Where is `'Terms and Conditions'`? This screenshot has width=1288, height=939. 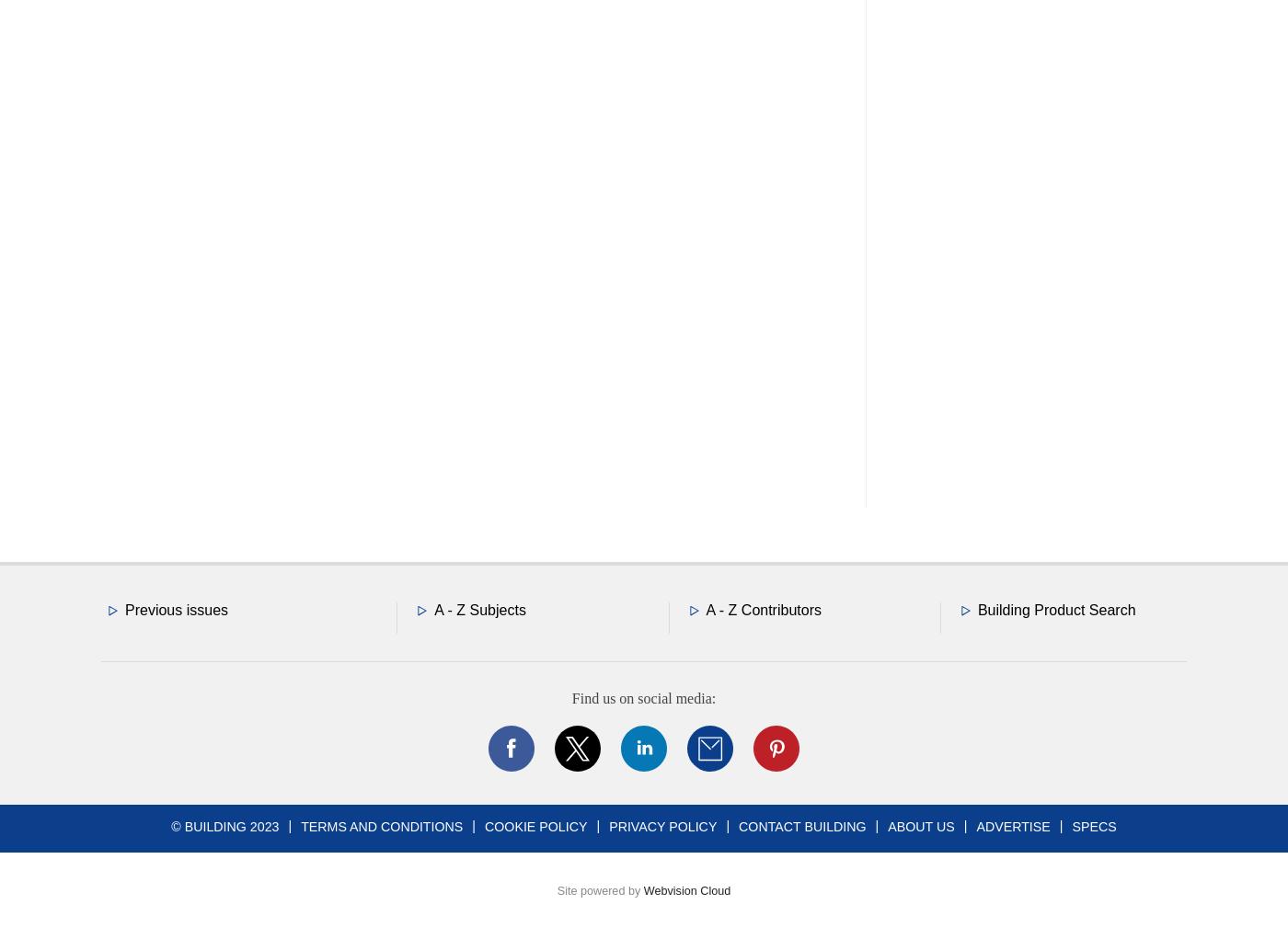 'Terms and Conditions' is located at coordinates (381, 824).